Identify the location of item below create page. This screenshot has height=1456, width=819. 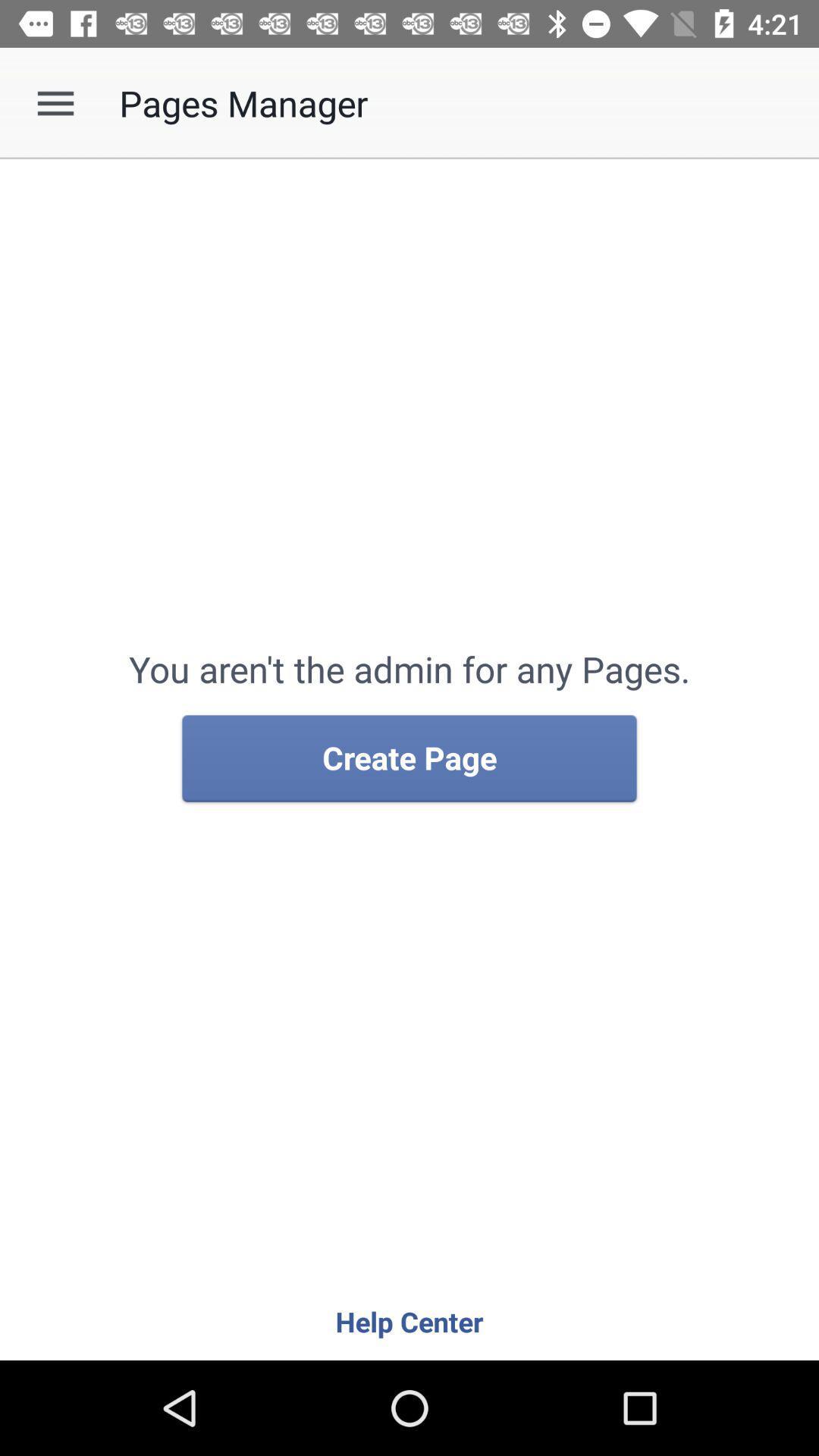
(409, 1320).